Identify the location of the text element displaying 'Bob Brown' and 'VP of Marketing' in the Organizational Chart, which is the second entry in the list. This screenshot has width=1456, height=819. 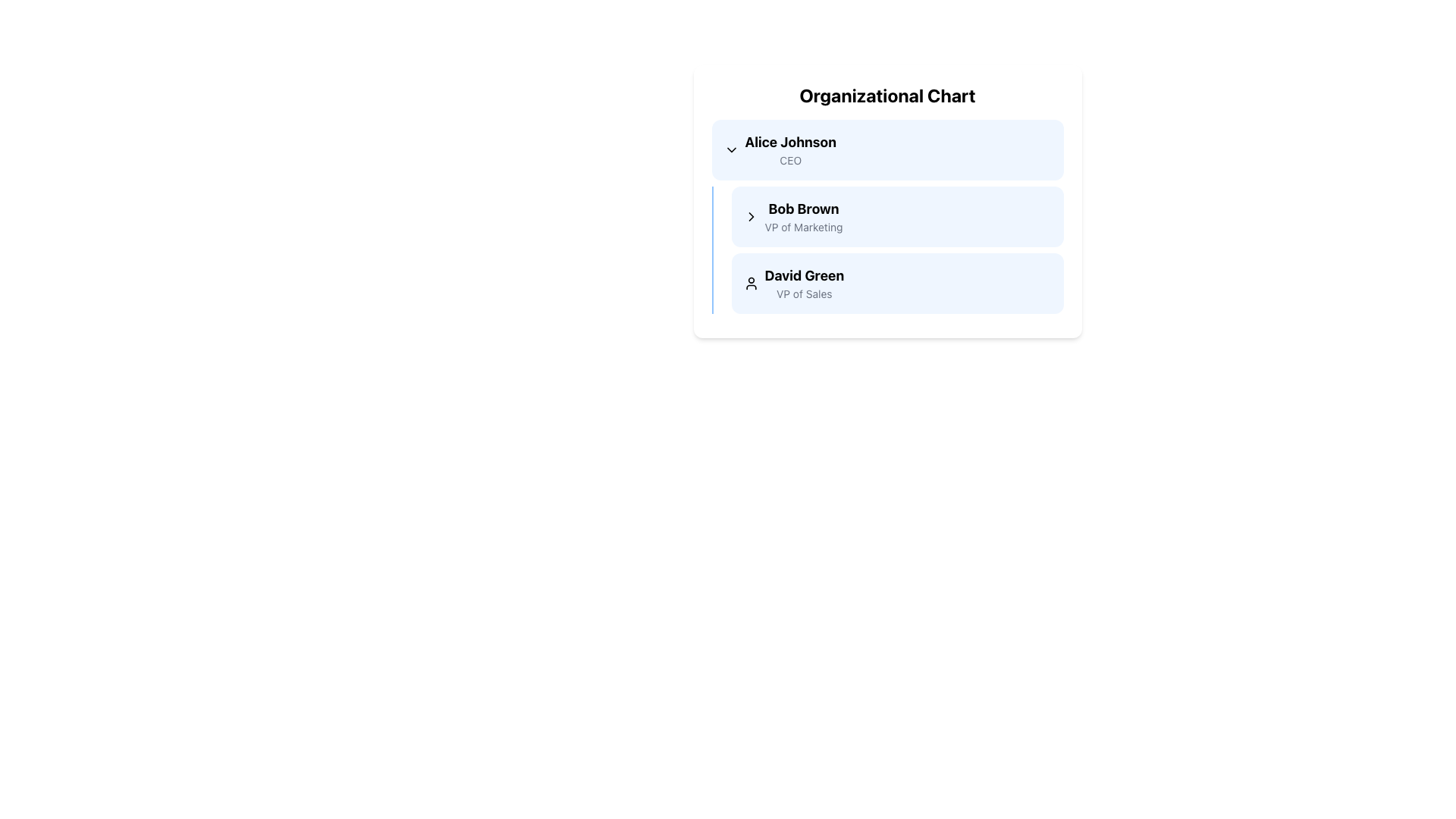
(803, 216).